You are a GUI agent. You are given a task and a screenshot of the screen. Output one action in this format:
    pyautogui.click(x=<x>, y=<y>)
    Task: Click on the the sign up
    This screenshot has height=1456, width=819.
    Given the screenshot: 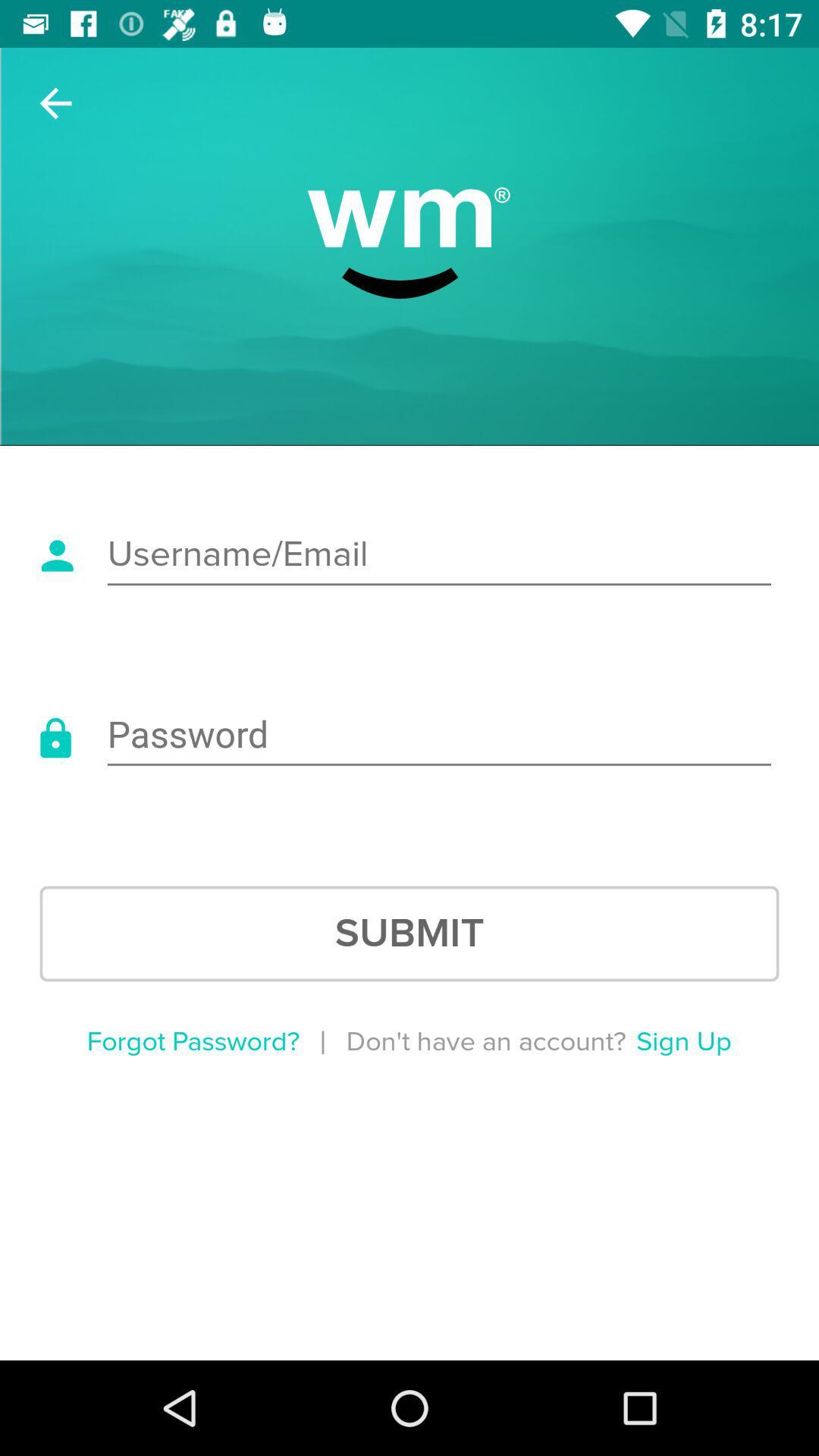 What is the action you would take?
    pyautogui.click(x=683, y=1041)
    